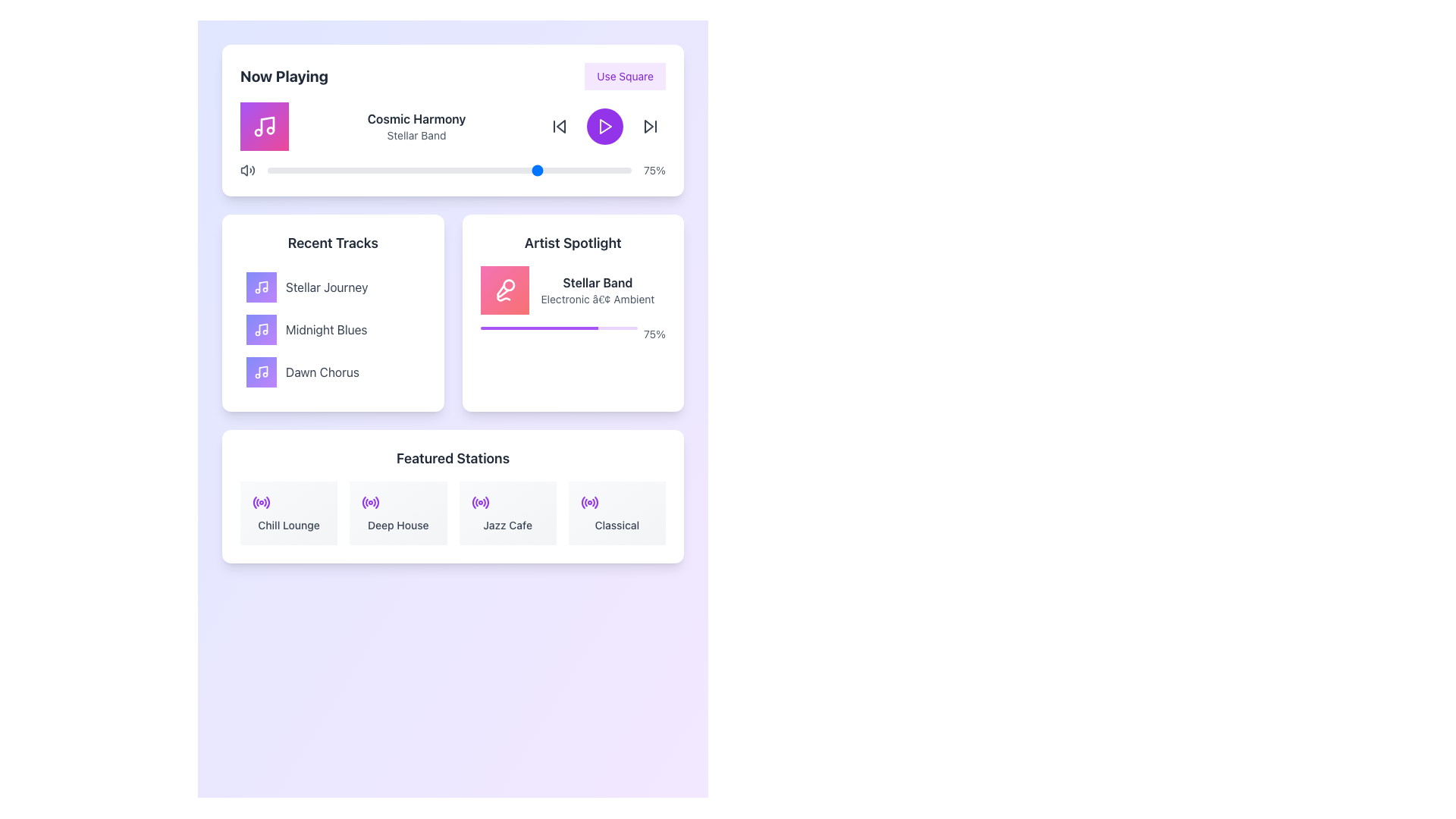  Describe the element at coordinates (654, 170) in the screenshot. I see `the text element displaying the volume percentage, which is located at the rightmost side of the volume control interface` at that location.